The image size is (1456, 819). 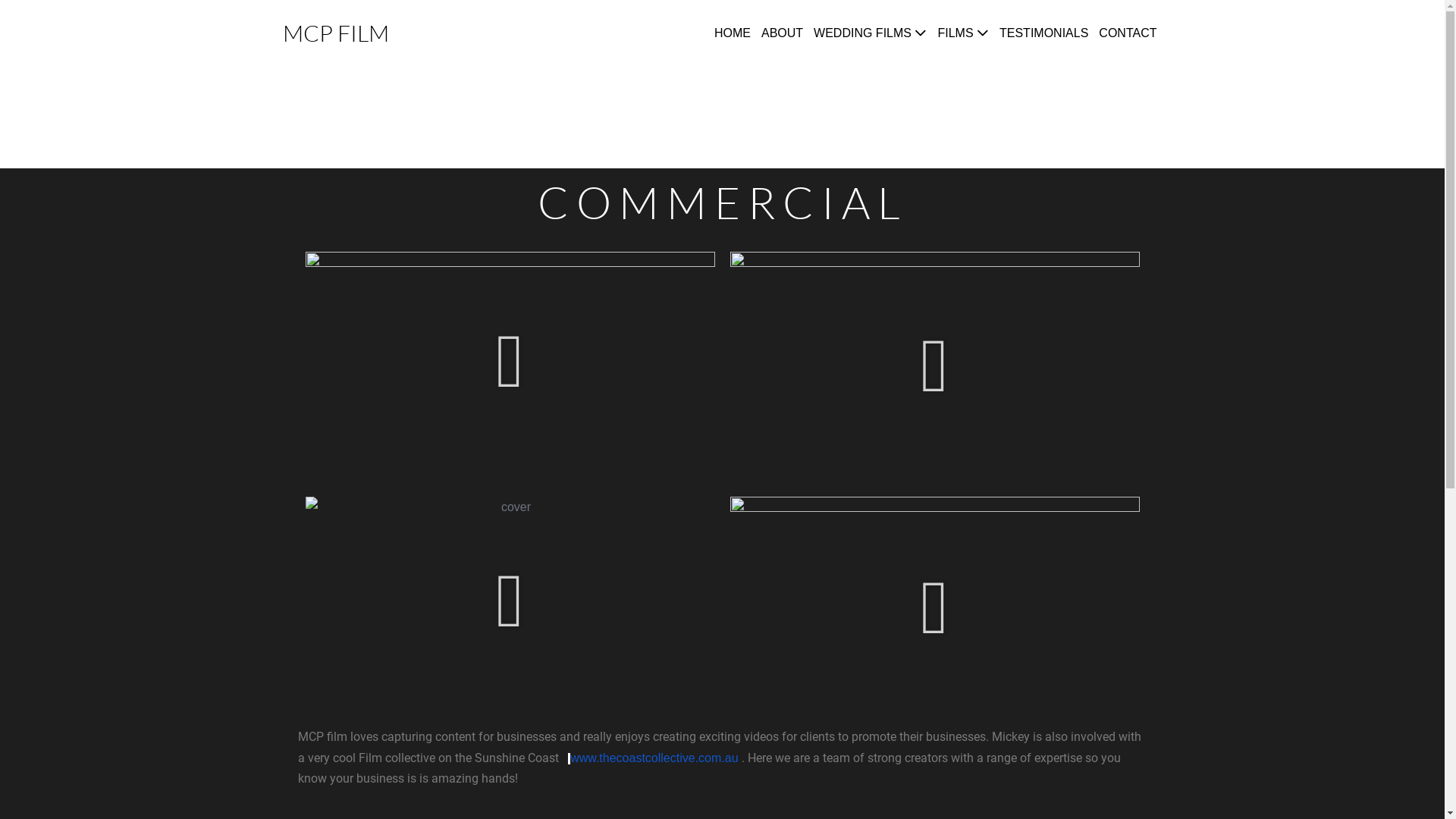 I want to click on 'WEDDING FILMS', so click(x=870, y=33).